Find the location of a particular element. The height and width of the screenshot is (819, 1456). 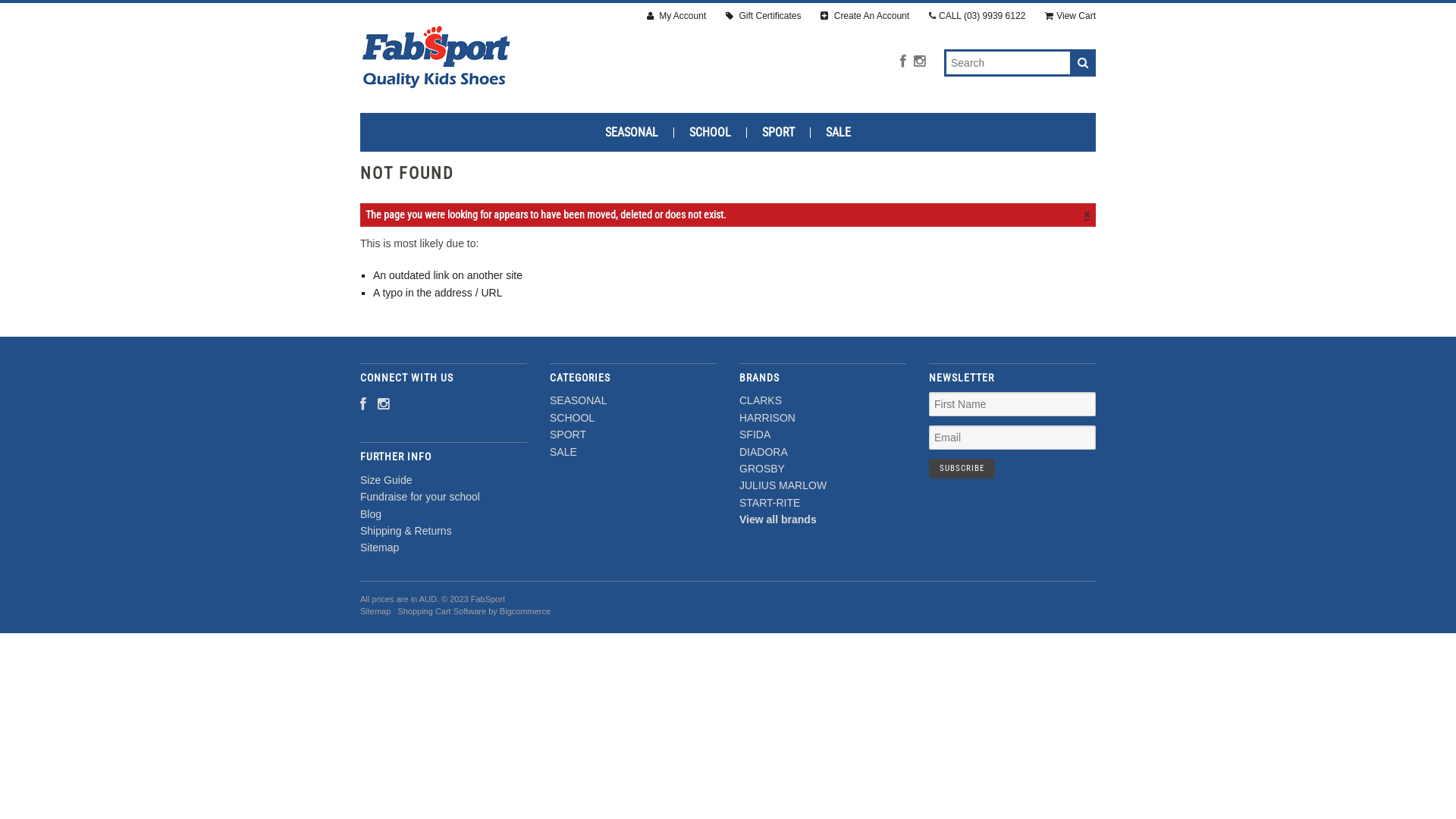

'JULIUS MARLOW' is located at coordinates (783, 485).